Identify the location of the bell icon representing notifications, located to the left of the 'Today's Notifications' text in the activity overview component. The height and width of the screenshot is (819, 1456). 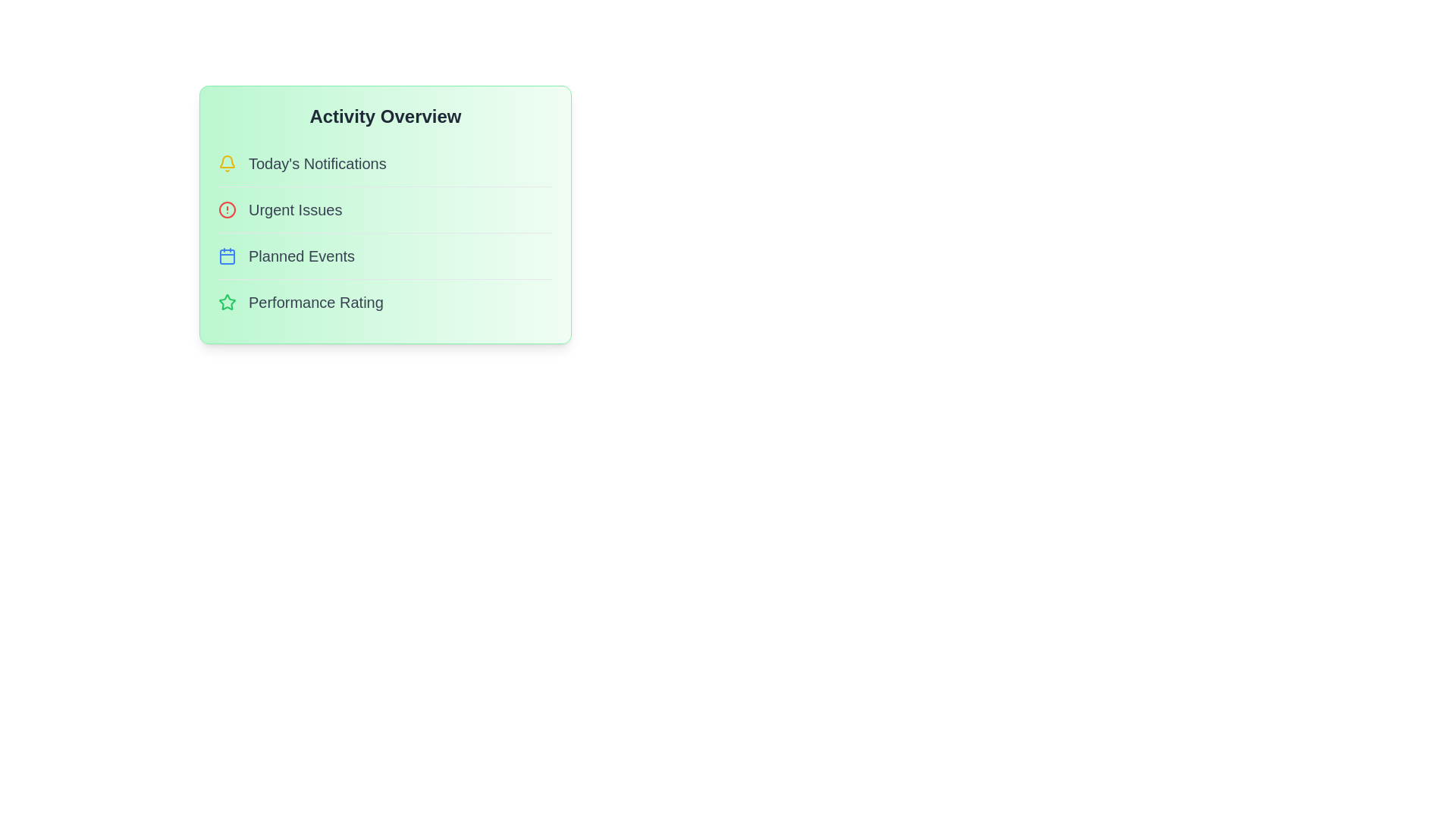
(226, 162).